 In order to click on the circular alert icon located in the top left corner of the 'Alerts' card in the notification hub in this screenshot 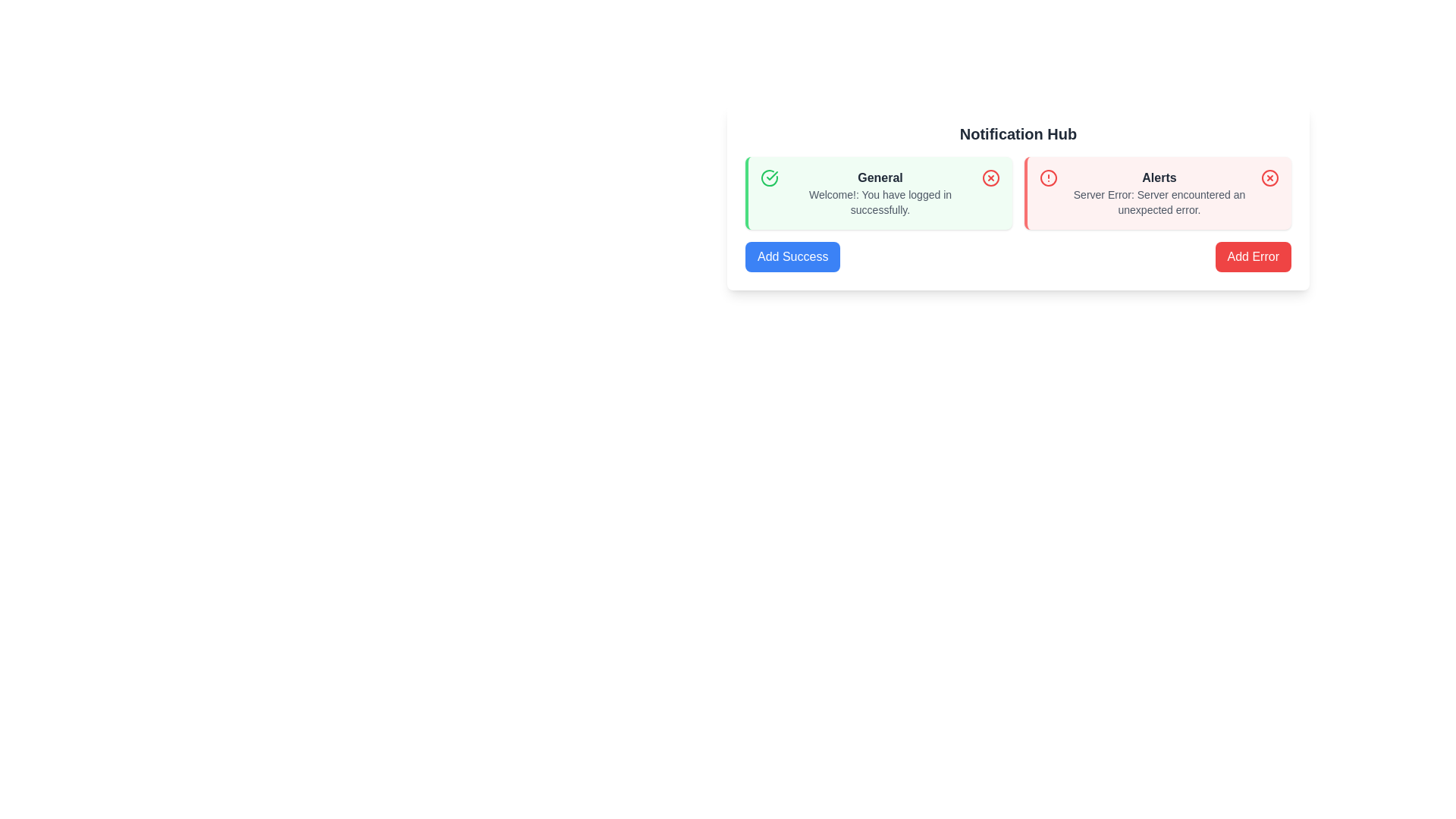, I will do `click(1047, 177)`.